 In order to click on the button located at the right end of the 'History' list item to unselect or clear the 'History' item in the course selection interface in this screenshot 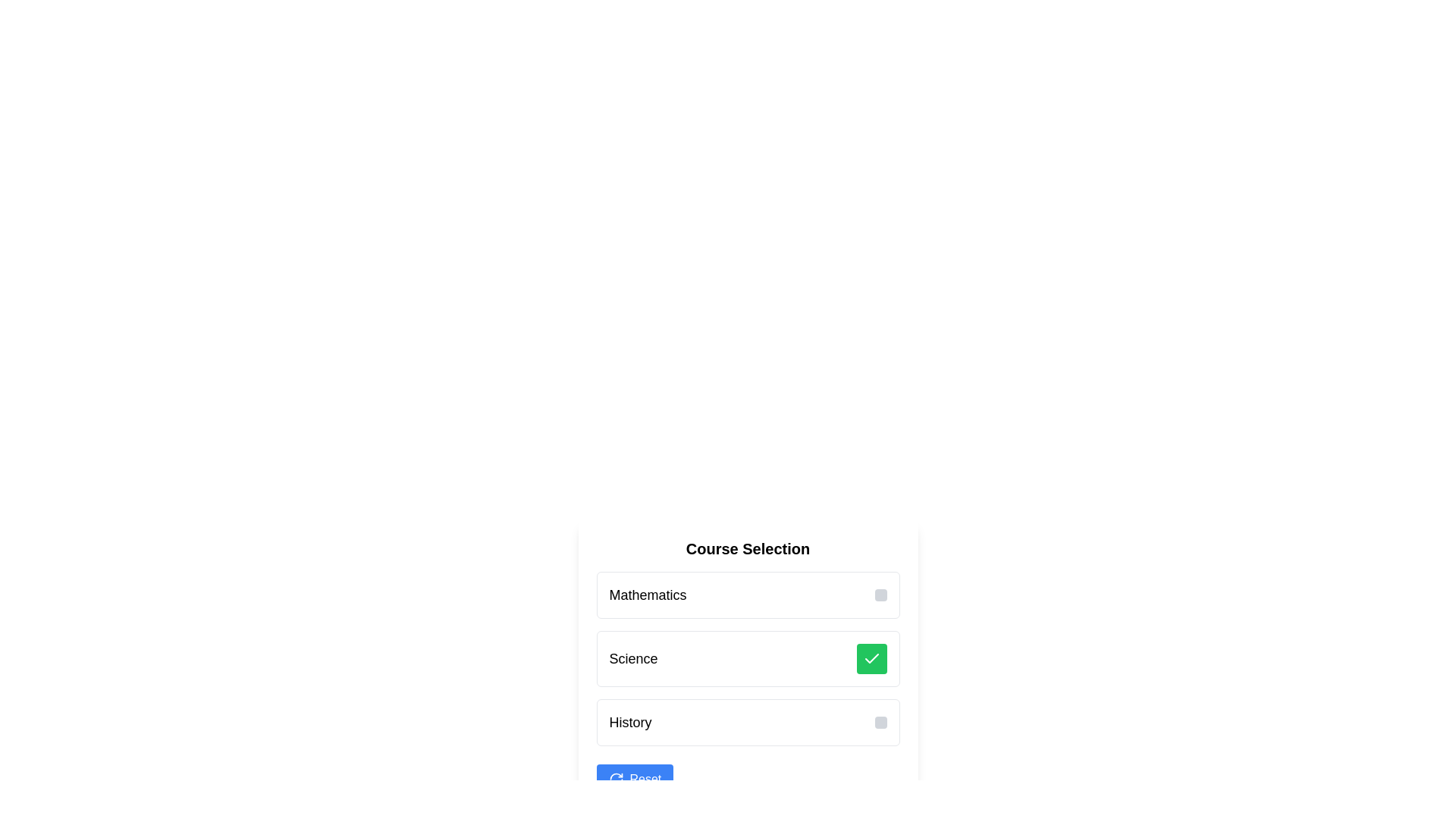, I will do `click(880, 721)`.